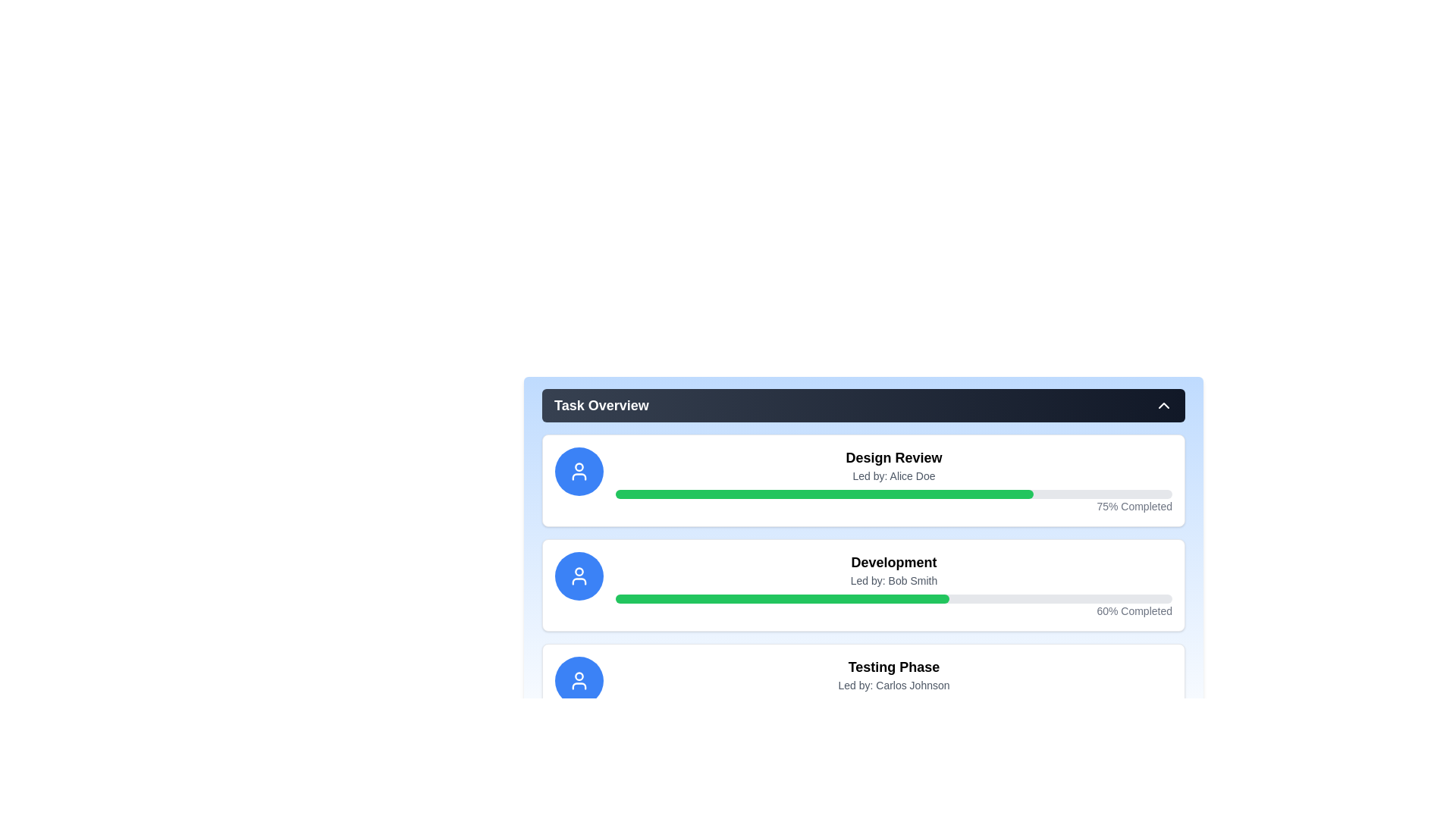  I want to click on the first user profile icon, which is a circular image with a blue background and a white user profile illustration, located at the top of the list next to the 'Design Review' task information, so click(578, 470).